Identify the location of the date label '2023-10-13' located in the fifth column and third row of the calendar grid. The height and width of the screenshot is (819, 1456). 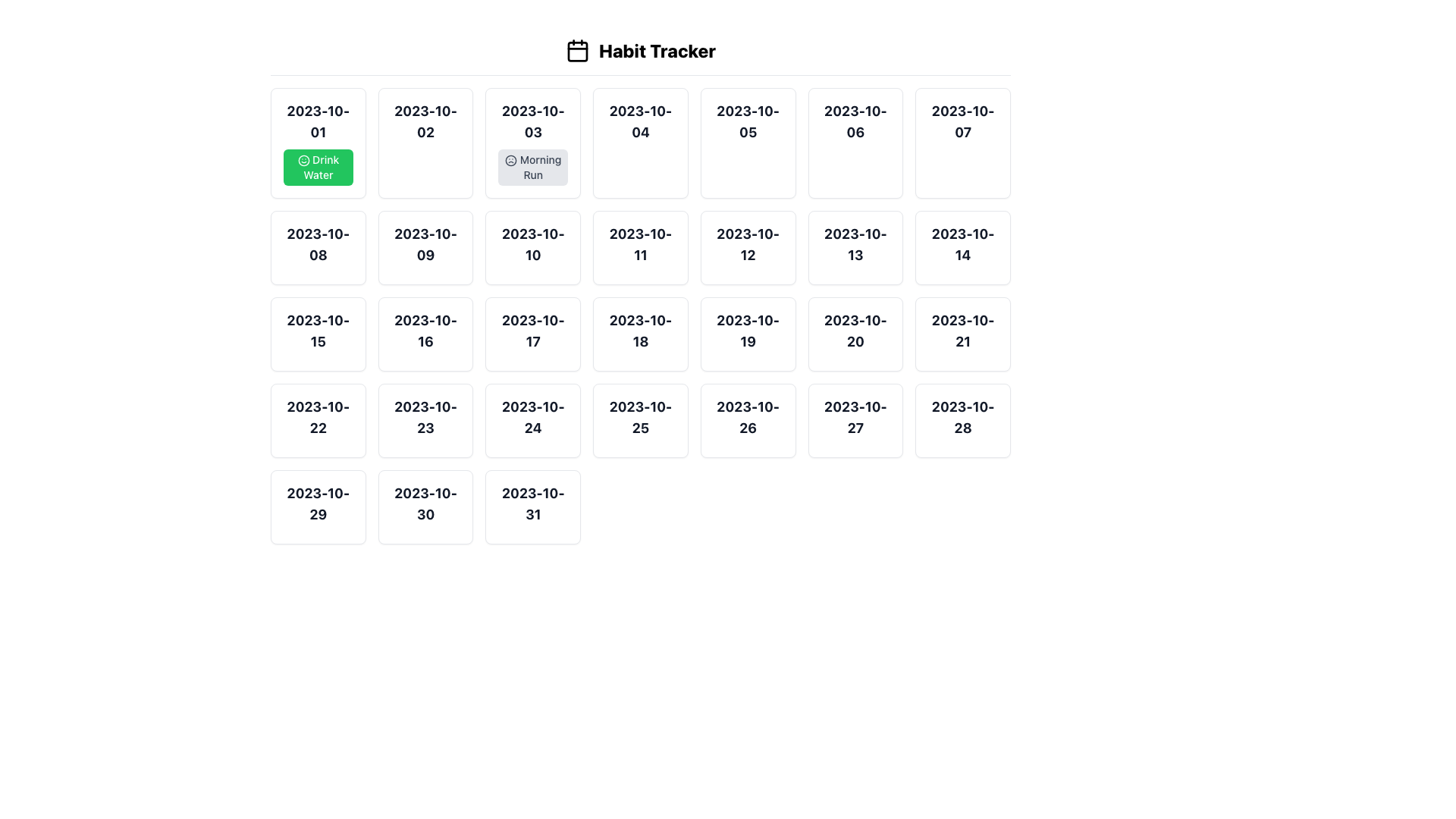
(855, 244).